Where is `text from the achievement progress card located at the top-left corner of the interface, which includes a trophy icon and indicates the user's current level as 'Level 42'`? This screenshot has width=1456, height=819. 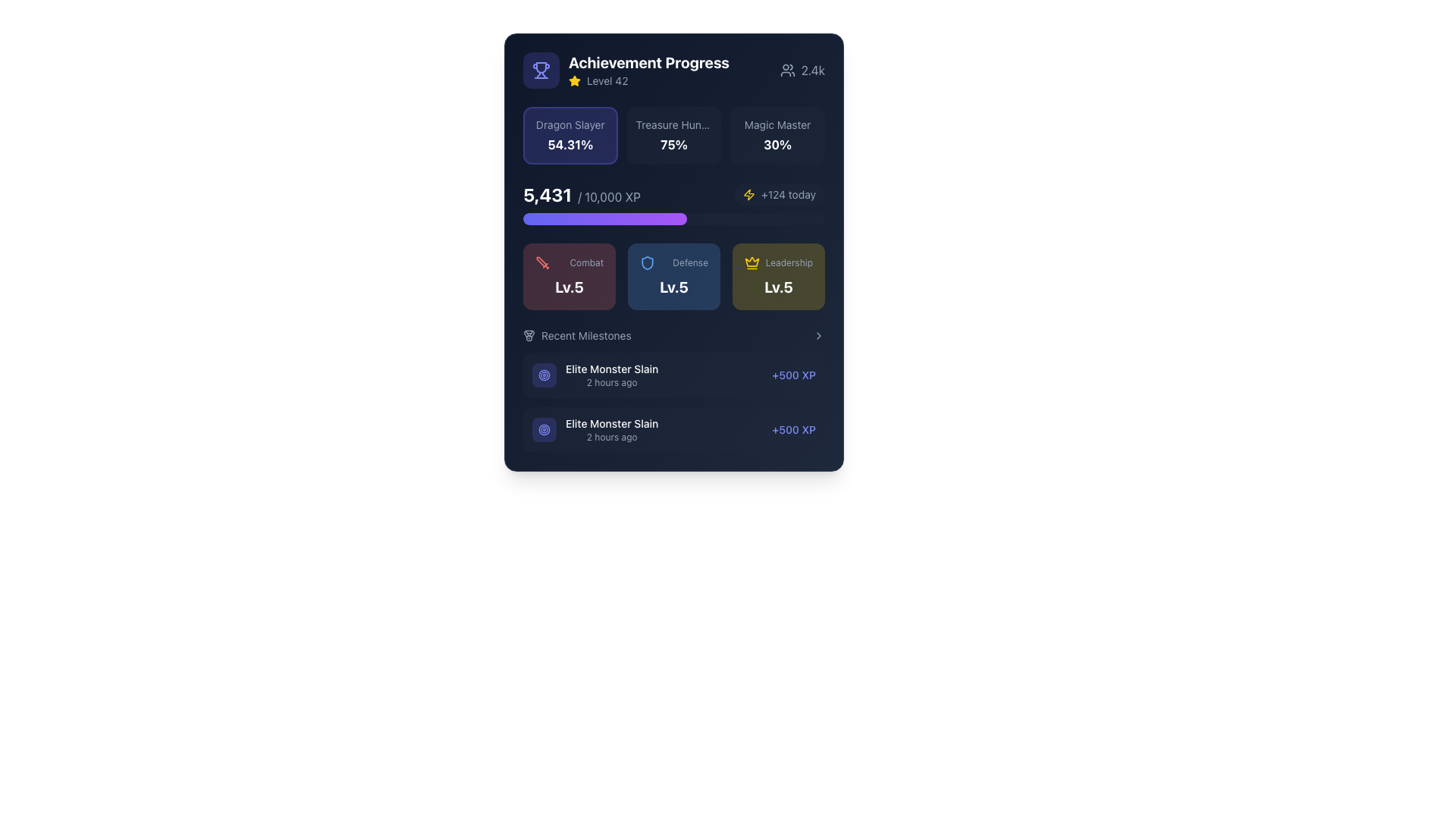 text from the achievement progress card located at the top-left corner of the interface, which includes a trophy icon and indicates the user's current level as 'Level 42' is located at coordinates (626, 70).